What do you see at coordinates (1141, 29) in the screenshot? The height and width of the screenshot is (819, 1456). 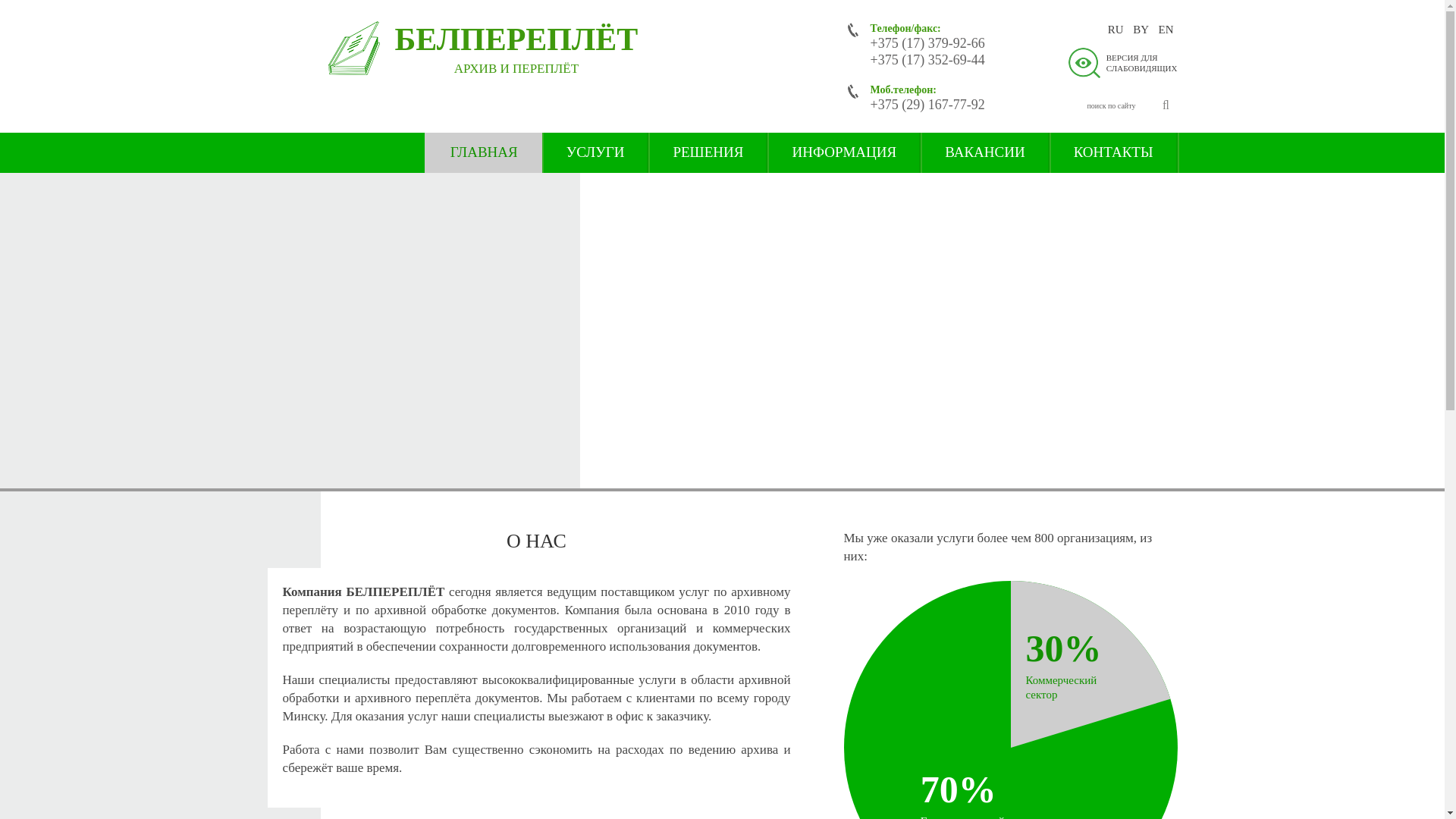 I see `'BY'` at bounding box center [1141, 29].